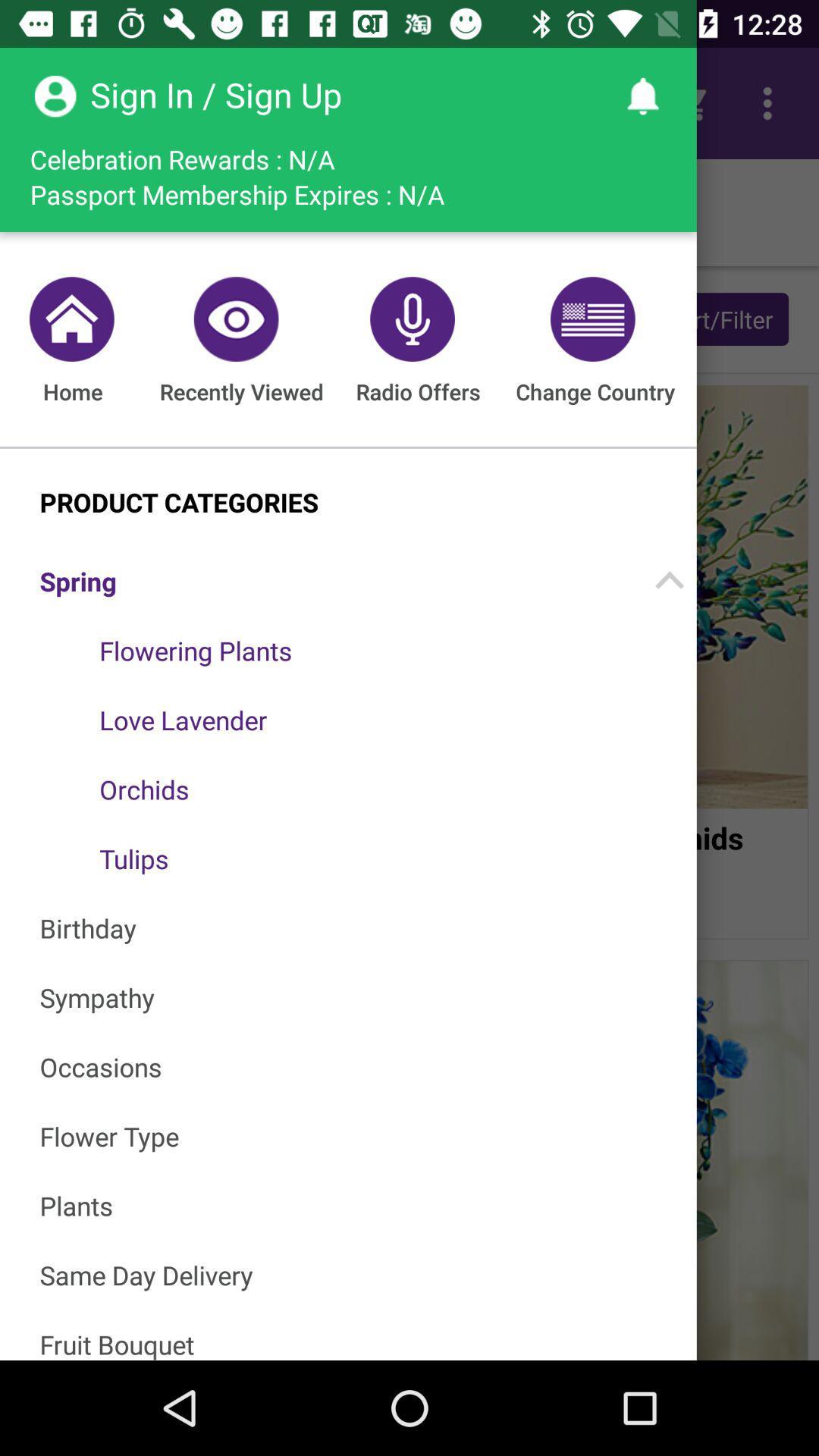  I want to click on the icon which is above change country, so click(589, 318).